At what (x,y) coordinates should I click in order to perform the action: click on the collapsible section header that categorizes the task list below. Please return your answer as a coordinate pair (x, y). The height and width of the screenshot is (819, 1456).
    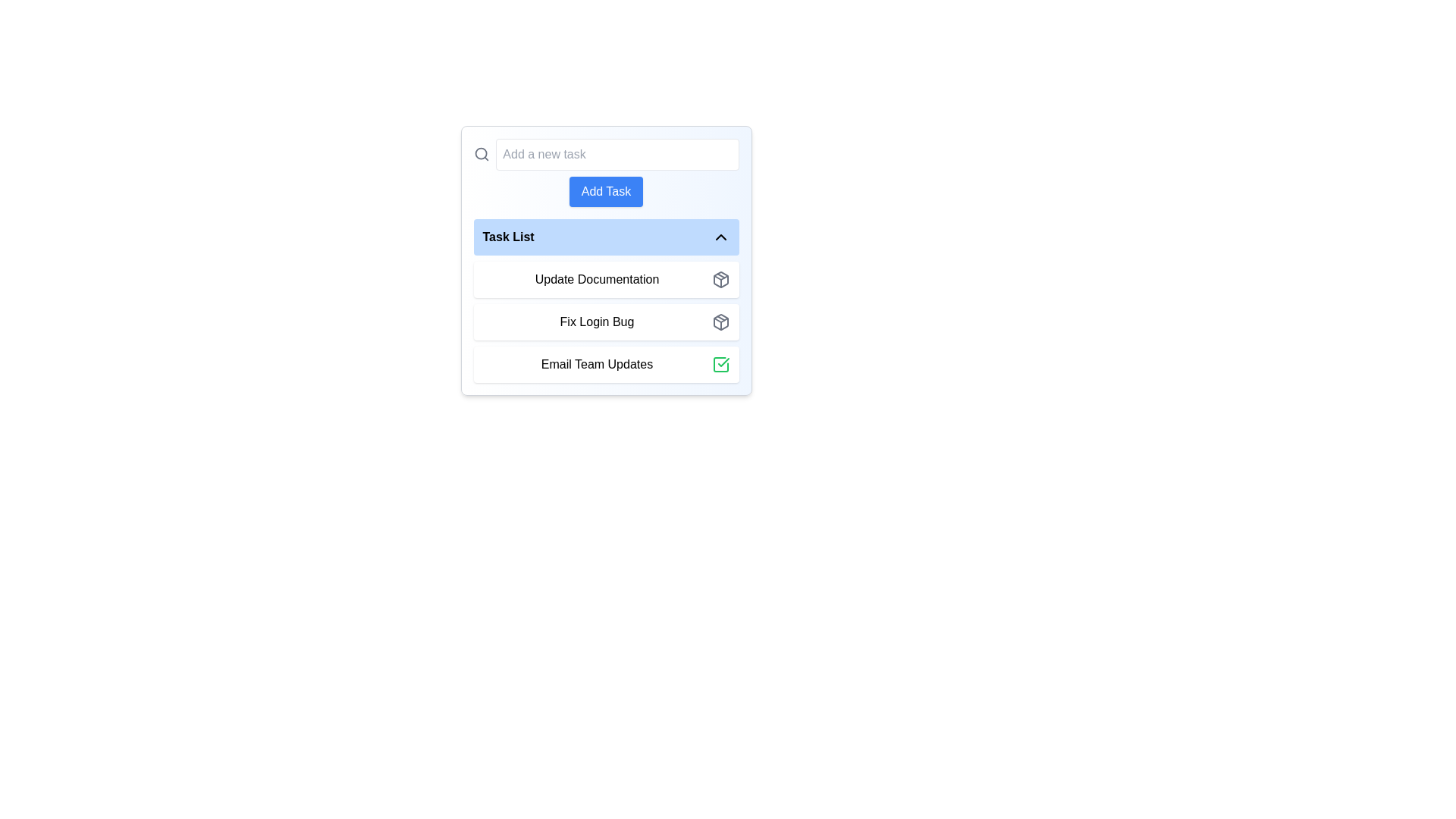
    Looking at the image, I should click on (605, 259).